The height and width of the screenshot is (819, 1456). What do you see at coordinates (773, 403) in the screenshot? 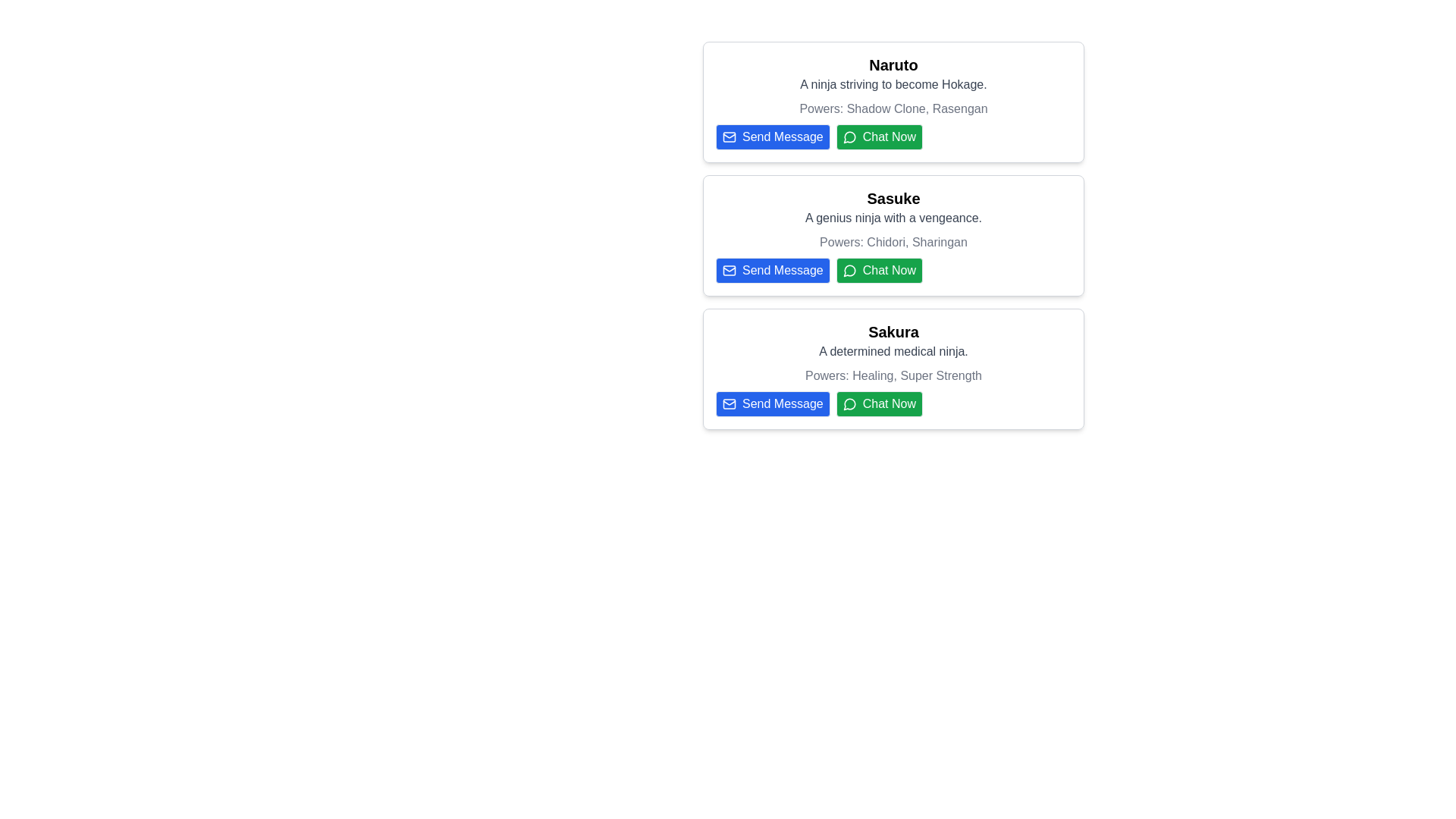
I see `the first button under the profile section of 'Sakura'` at bounding box center [773, 403].